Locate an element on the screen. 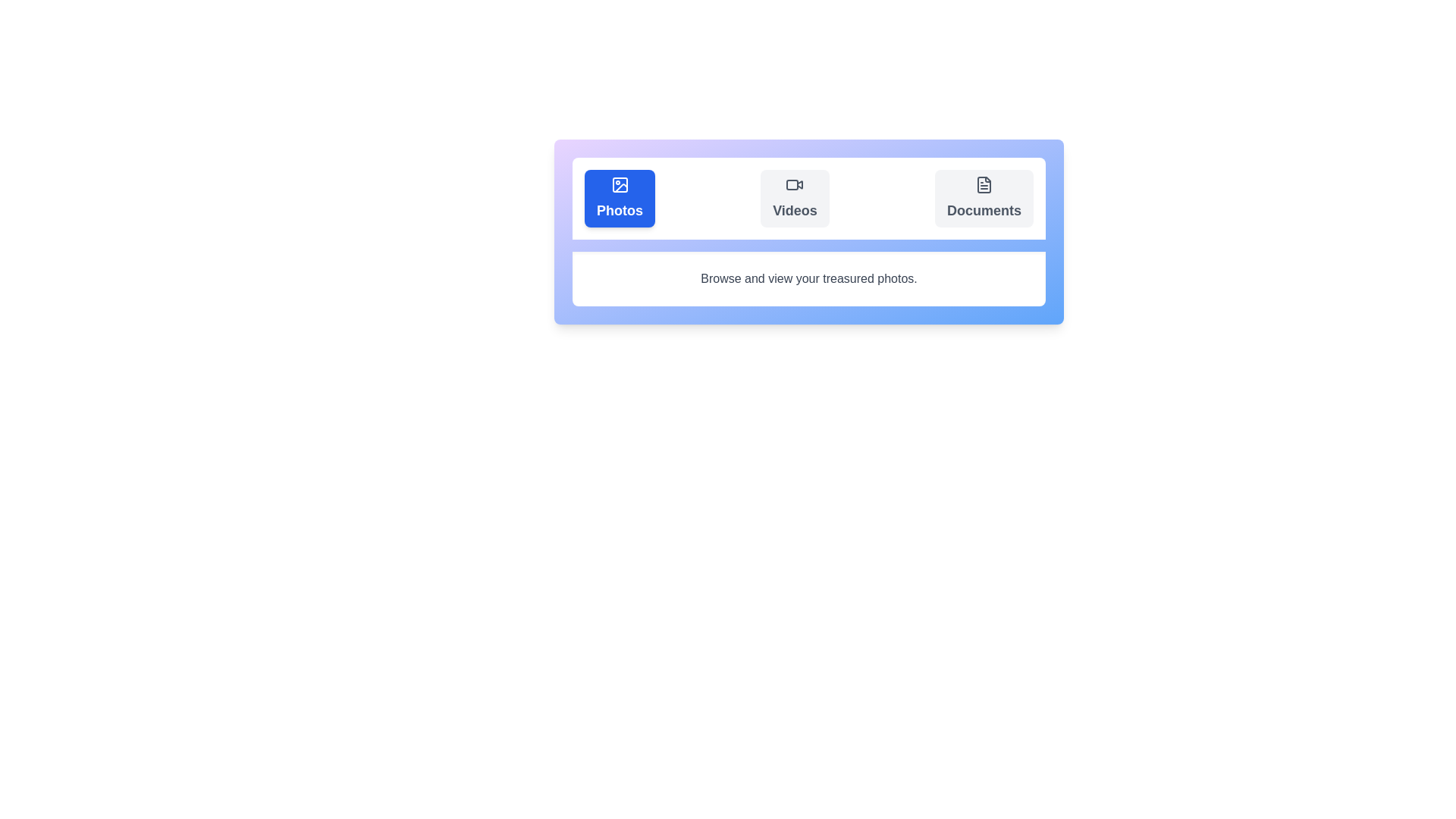 Image resolution: width=1456 pixels, height=819 pixels. the 'Photos' button, which contains a small icon resembling an image or photo with white lines against a blue background, located at the top-left corner of the button is located at coordinates (620, 184).